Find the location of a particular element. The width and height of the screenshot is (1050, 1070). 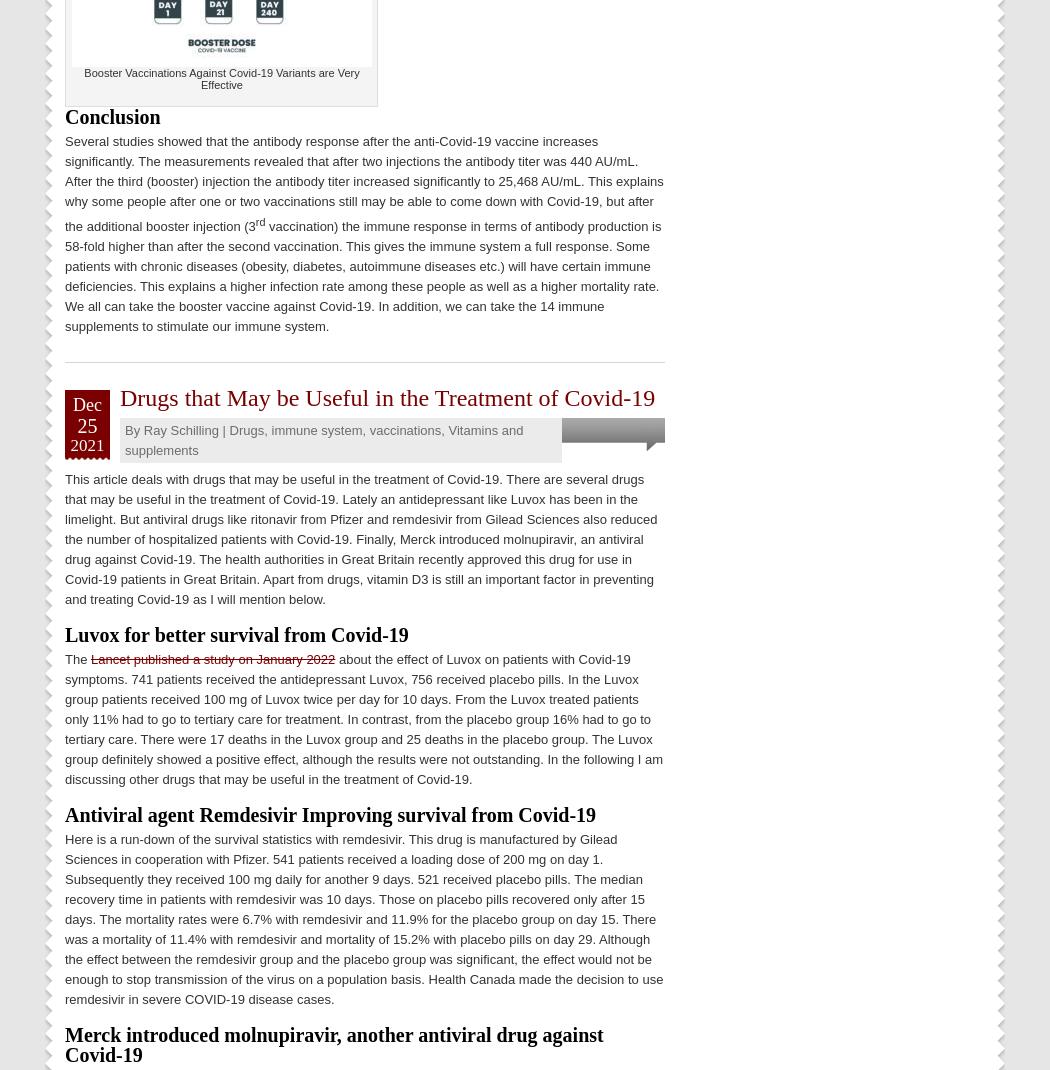

'2021' is located at coordinates (87, 443).